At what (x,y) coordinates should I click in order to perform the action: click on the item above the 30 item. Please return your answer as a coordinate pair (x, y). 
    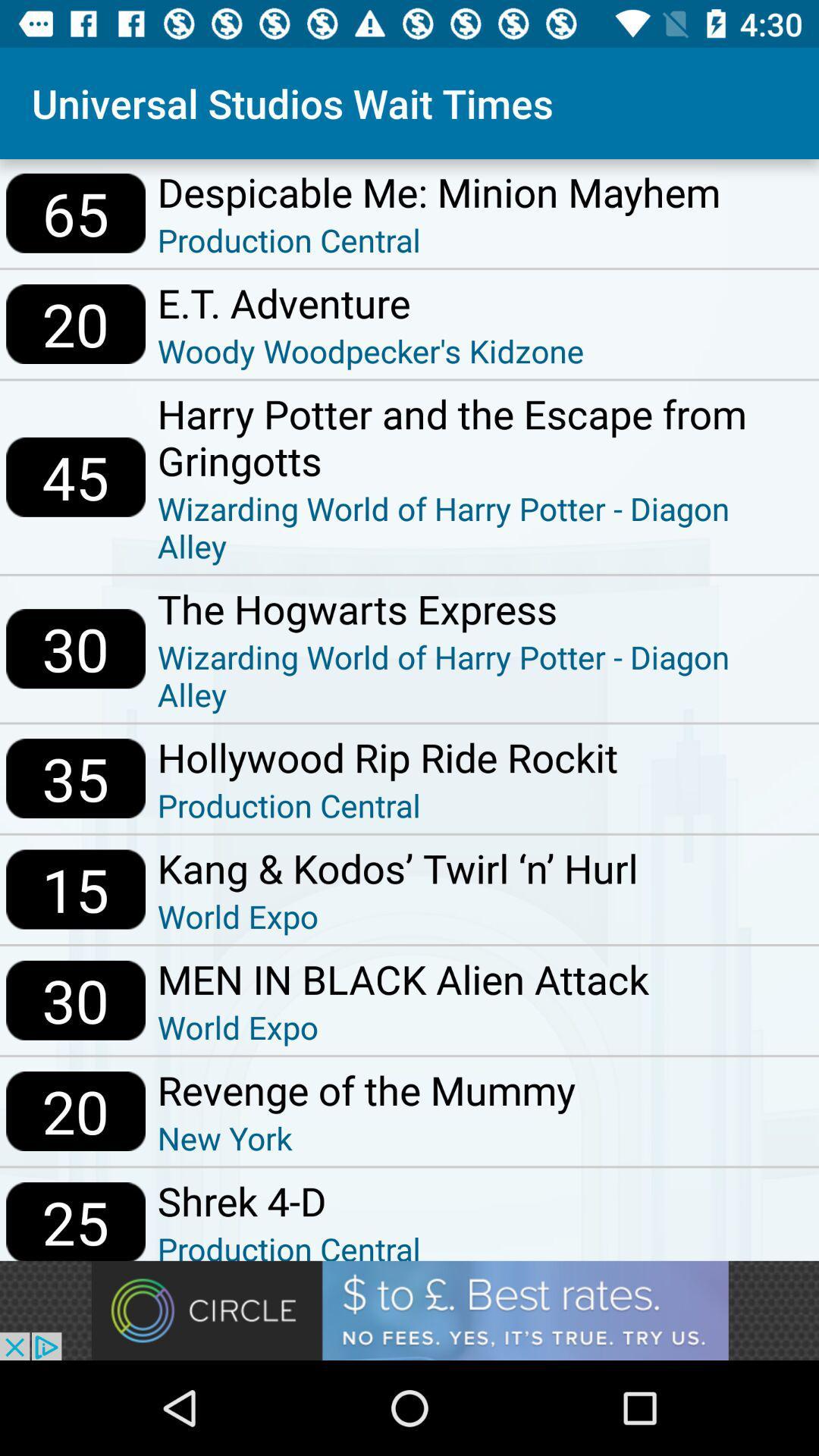
    Looking at the image, I should click on (76, 476).